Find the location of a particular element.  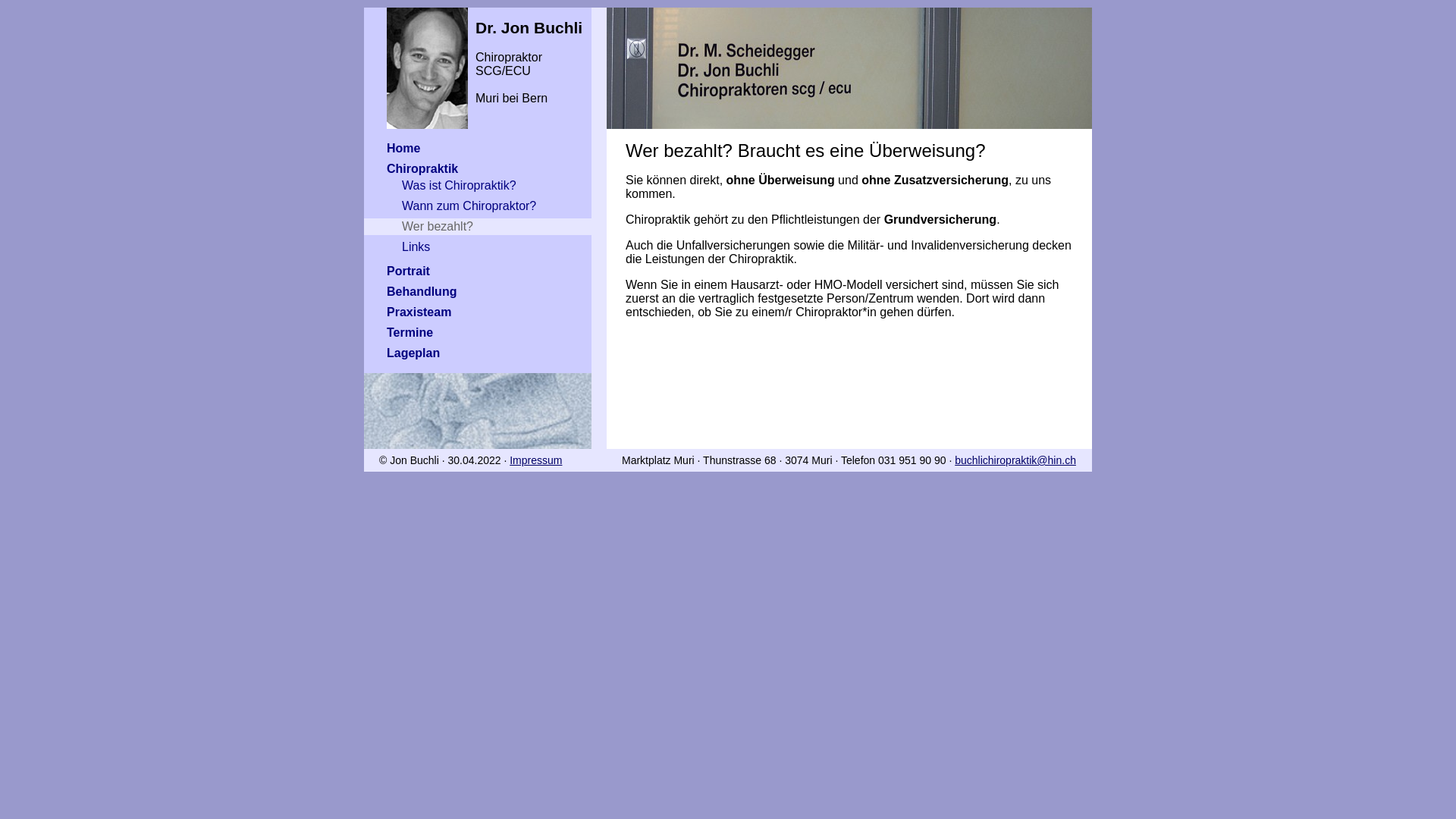

'Termine' is located at coordinates (476, 332).